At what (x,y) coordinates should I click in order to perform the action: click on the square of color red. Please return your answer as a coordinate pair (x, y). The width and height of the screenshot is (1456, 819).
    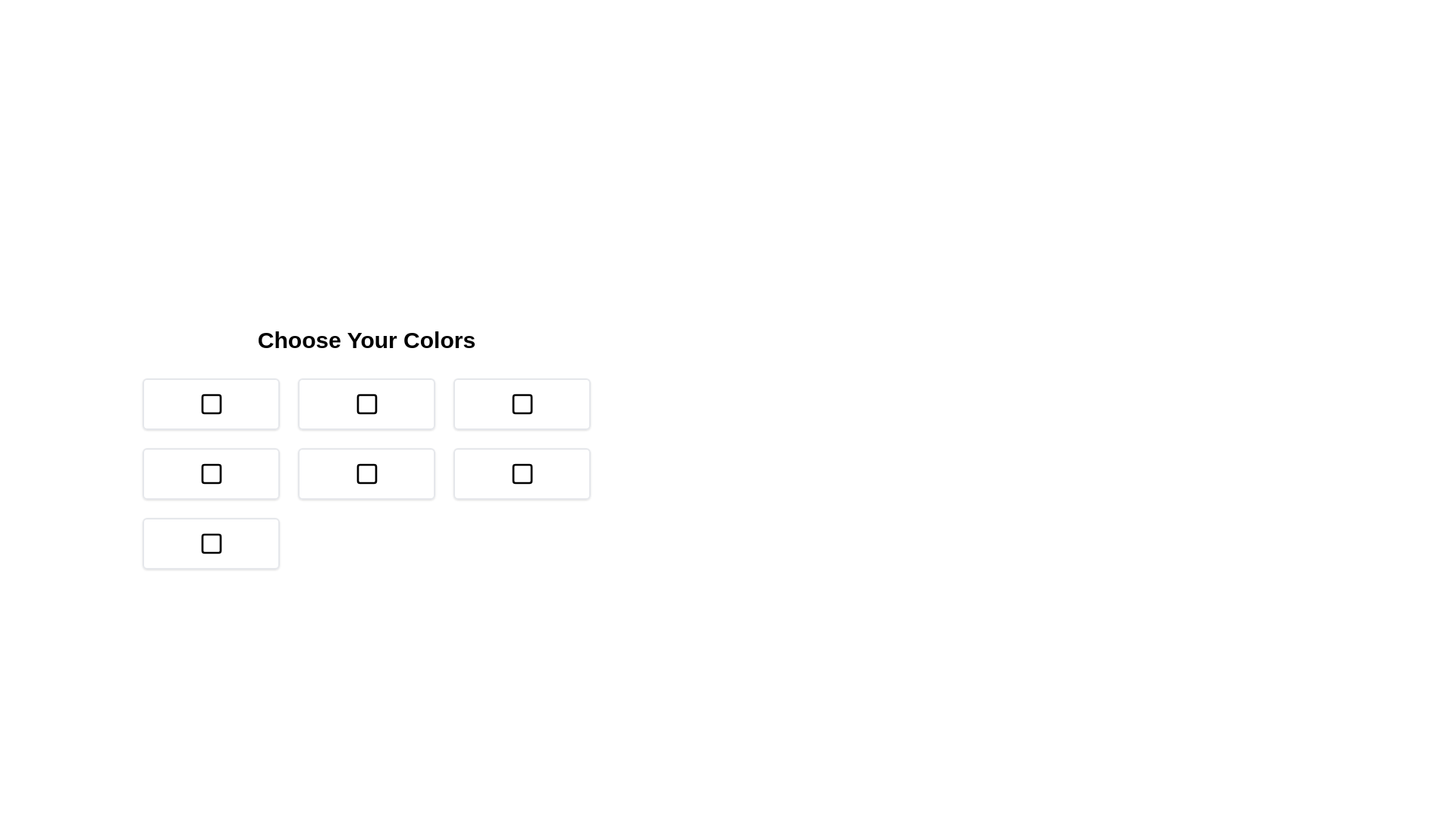
    Looking at the image, I should click on (210, 403).